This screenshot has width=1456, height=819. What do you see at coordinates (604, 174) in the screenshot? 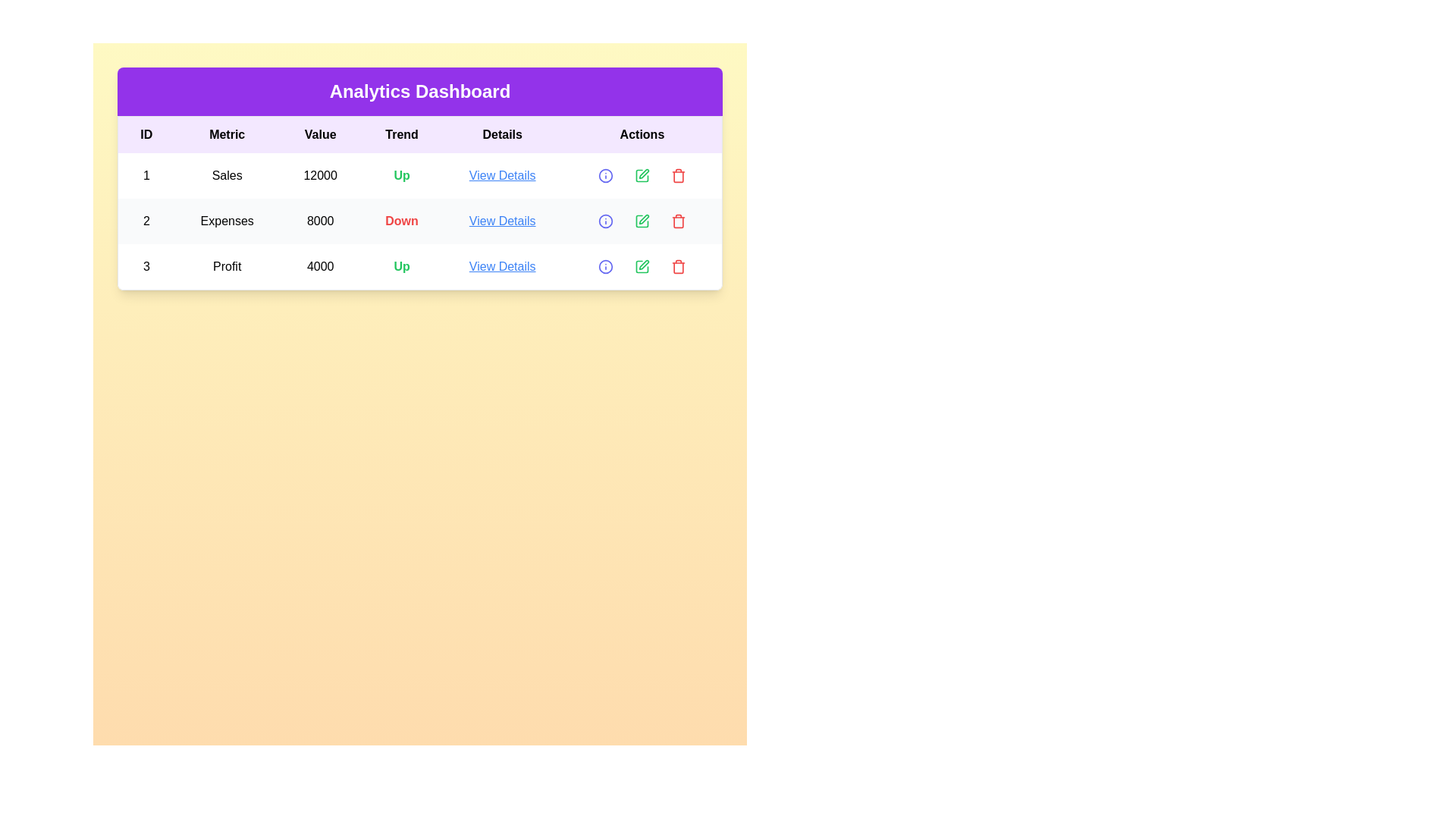
I see `the circular 'i' icon in the 'Actions' column of the last row` at bounding box center [604, 174].